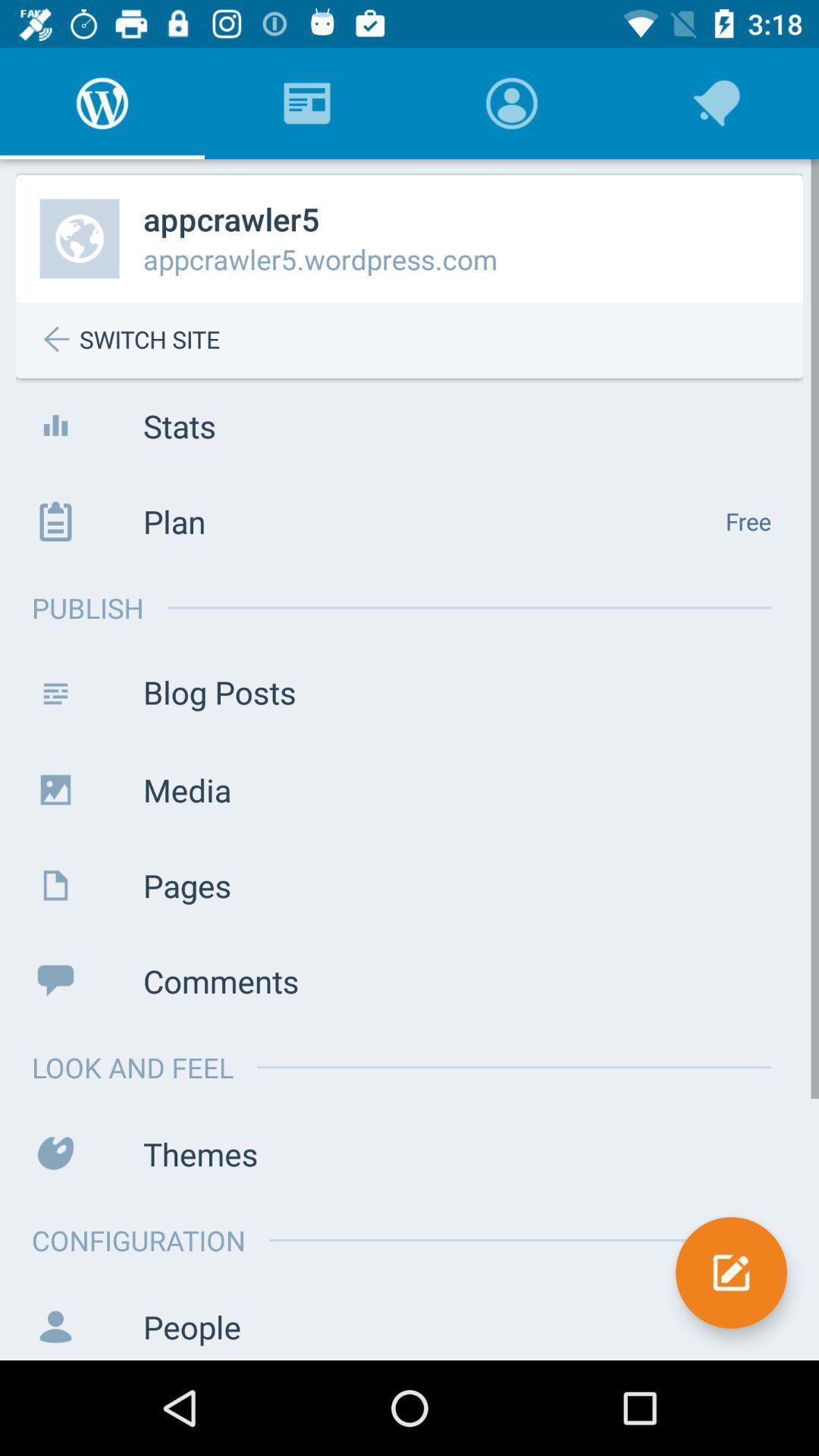 The width and height of the screenshot is (819, 1456). I want to click on the icon to the right of the configuration icon, so click(730, 1272).